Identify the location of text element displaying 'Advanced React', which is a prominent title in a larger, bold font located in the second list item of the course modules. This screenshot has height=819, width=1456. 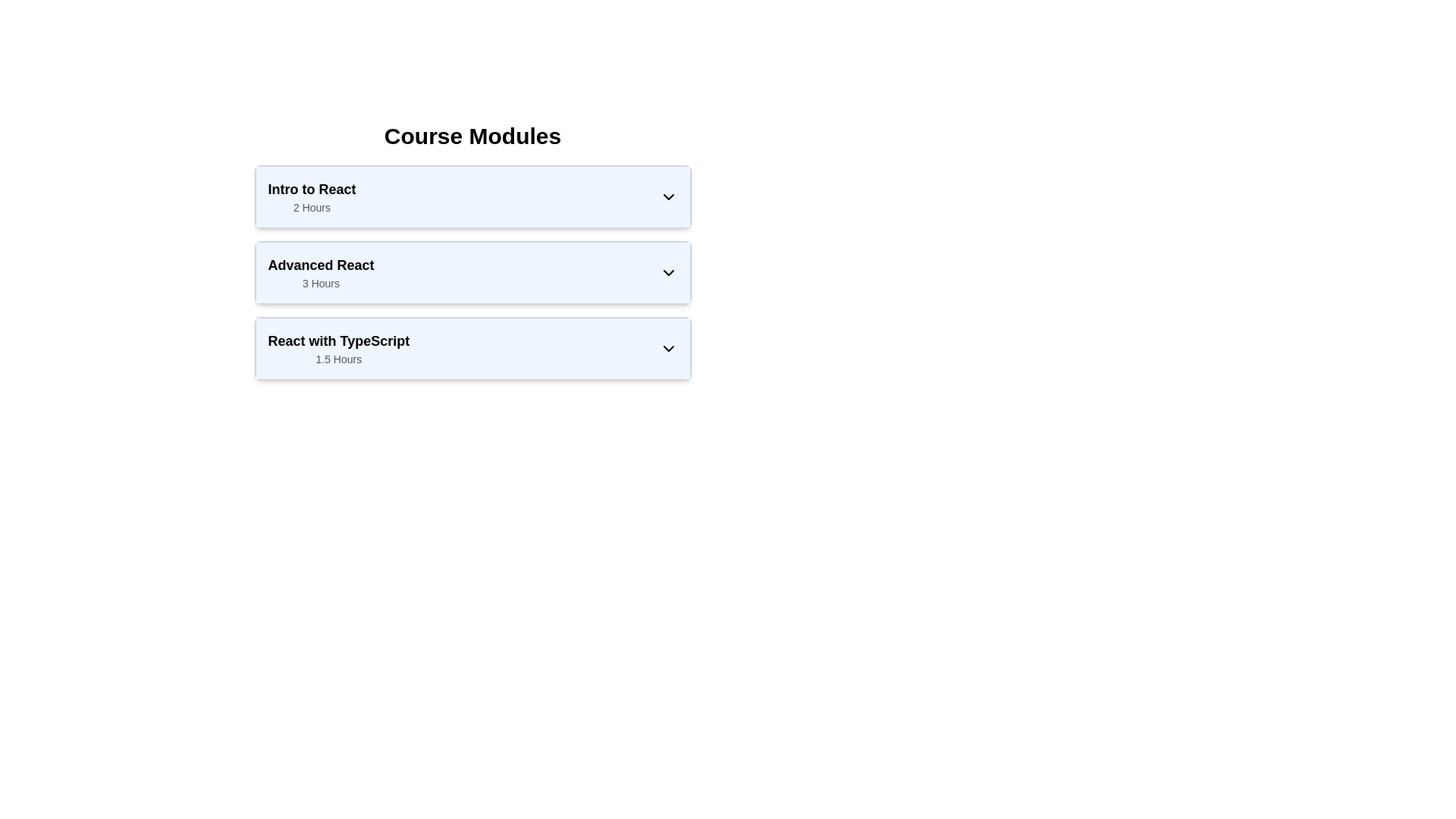
(320, 265).